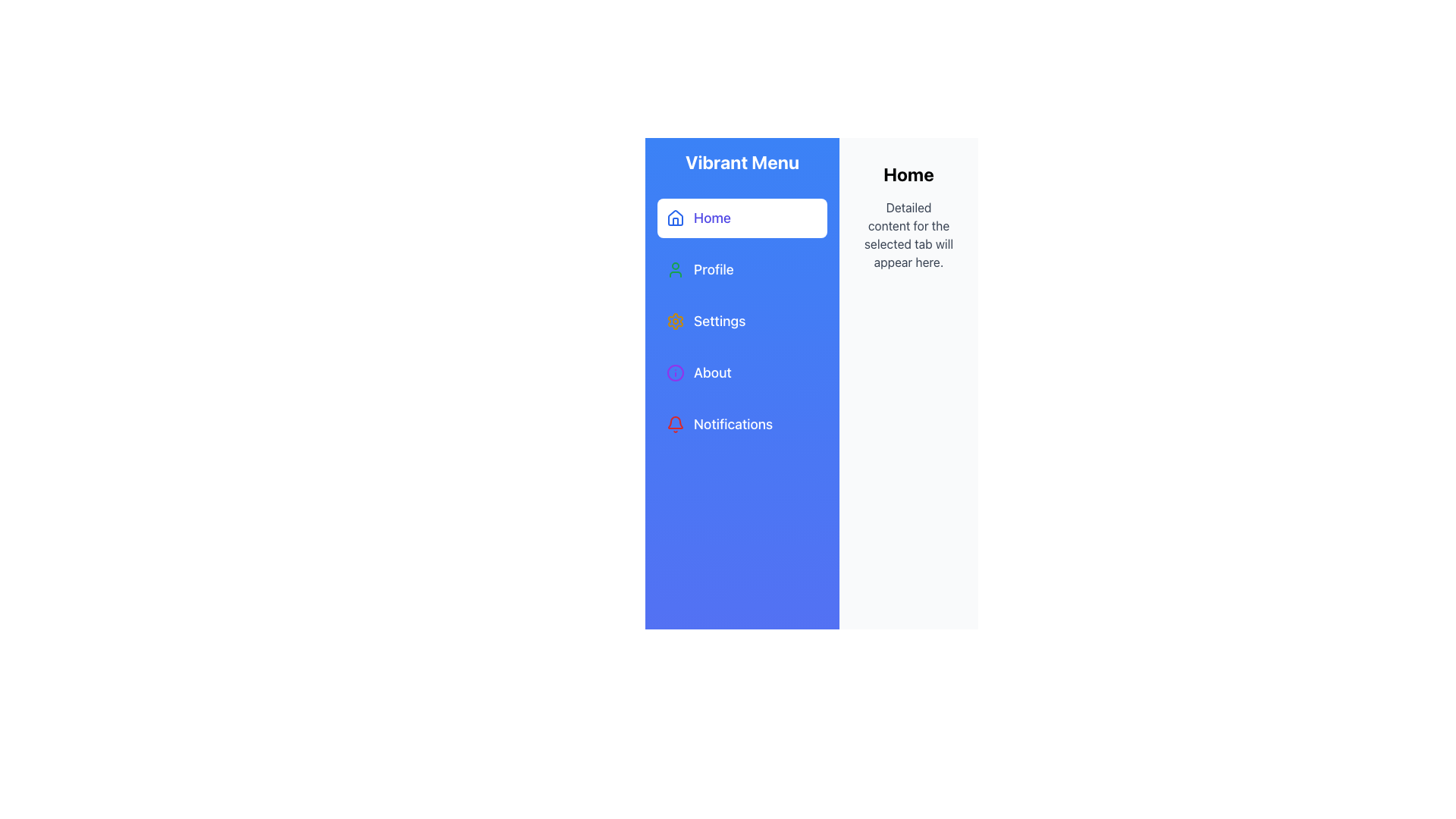  Describe the element at coordinates (675, 321) in the screenshot. I see `the outline part of the gear icon in the 'Settings' menu option located on the left sidebar, as part of navigating to the settings` at that location.